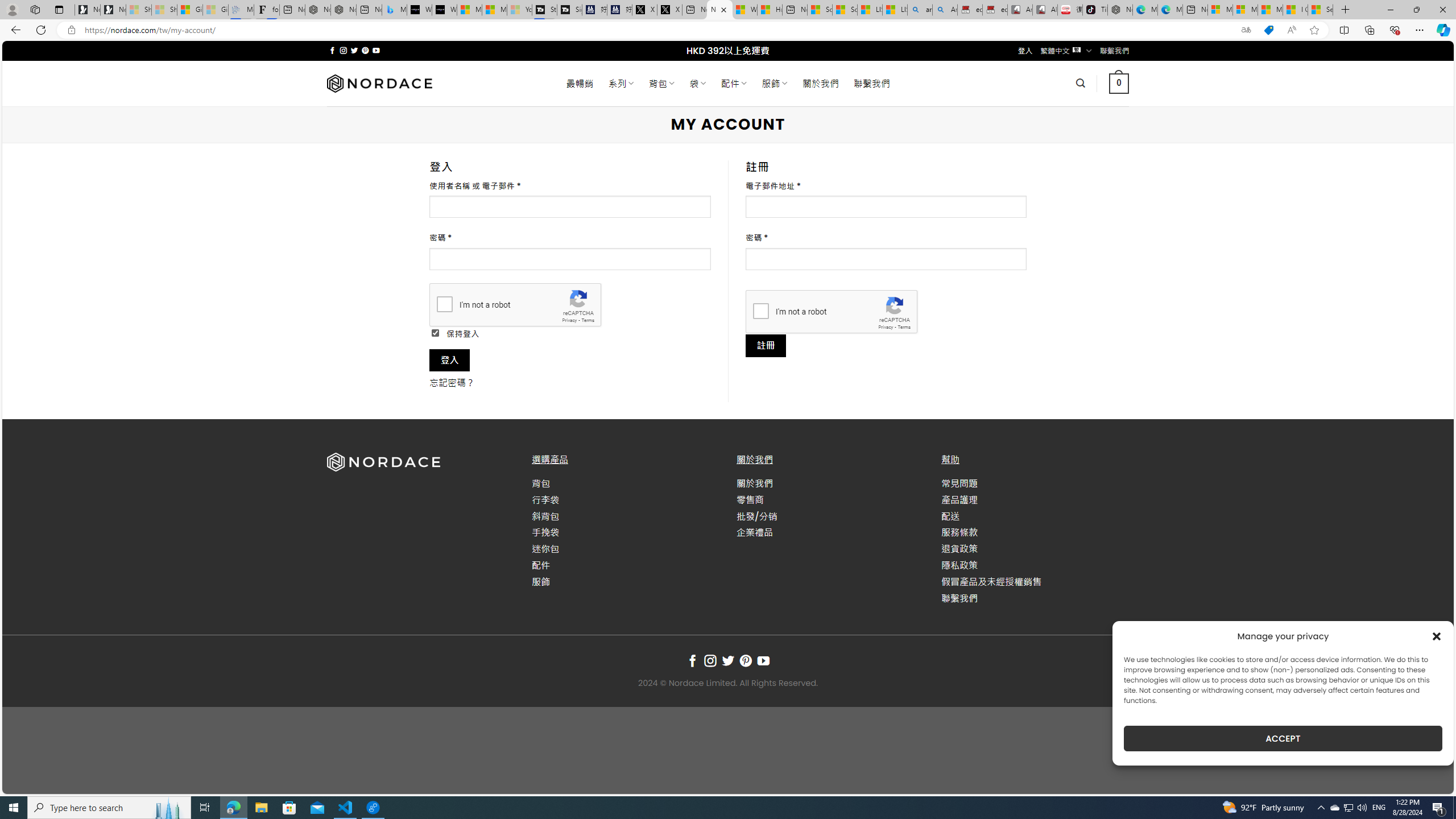 This screenshot has width=1456, height=819. I want to click on 'Huge shark washes ashore at New York City beach | Watch', so click(770, 9).